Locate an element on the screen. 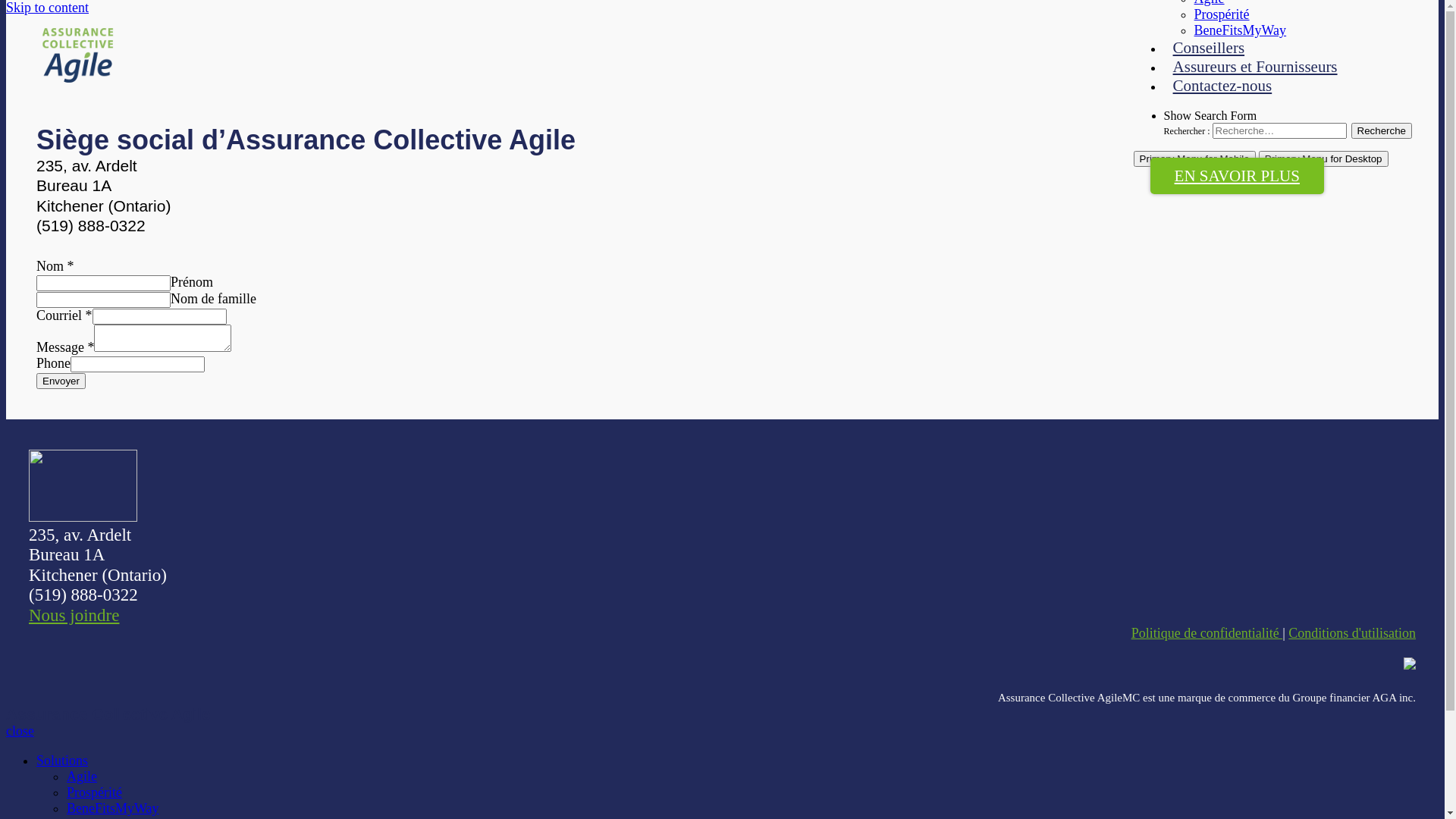 Image resolution: width=1456 pixels, height=819 pixels. 'Solutions' is located at coordinates (61, 760).